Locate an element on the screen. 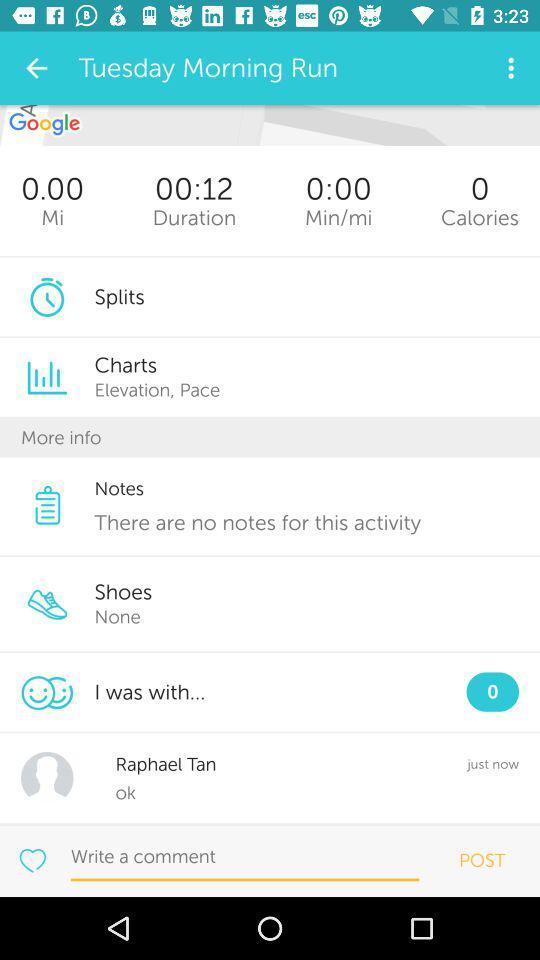  click your favourite option is located at coordinates (31, 859).